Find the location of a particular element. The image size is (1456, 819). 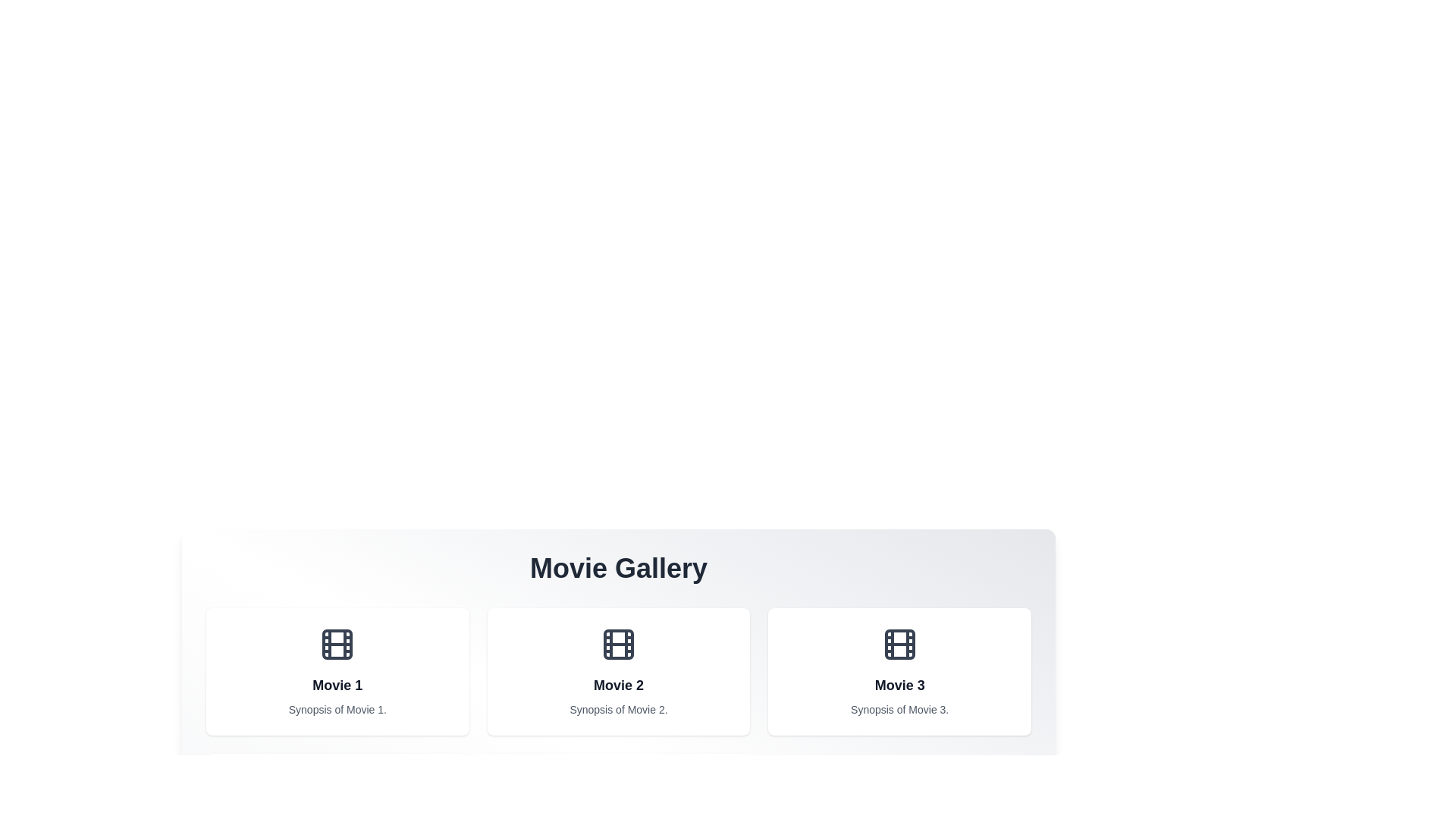

the text label that reads 'Synopsis of Movie 3.' located under the 'Movie 3' title and icon in the third card of the 'Movie Gallery' is located at coordinates (899, 710).